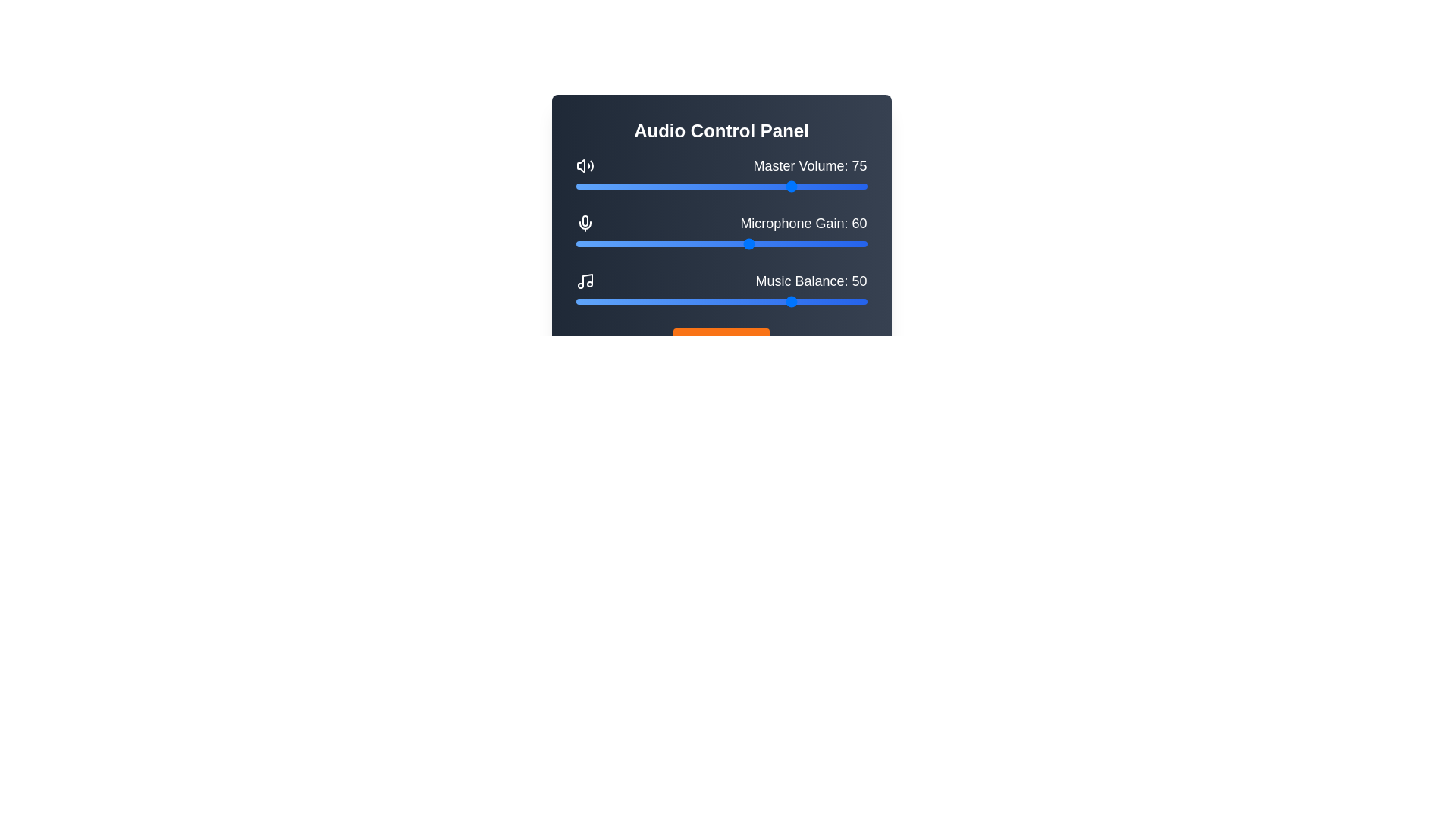  Describe the element at coordinates (867, 186) in the screenshot. I see `the Master Volume slider to 100` at that location.